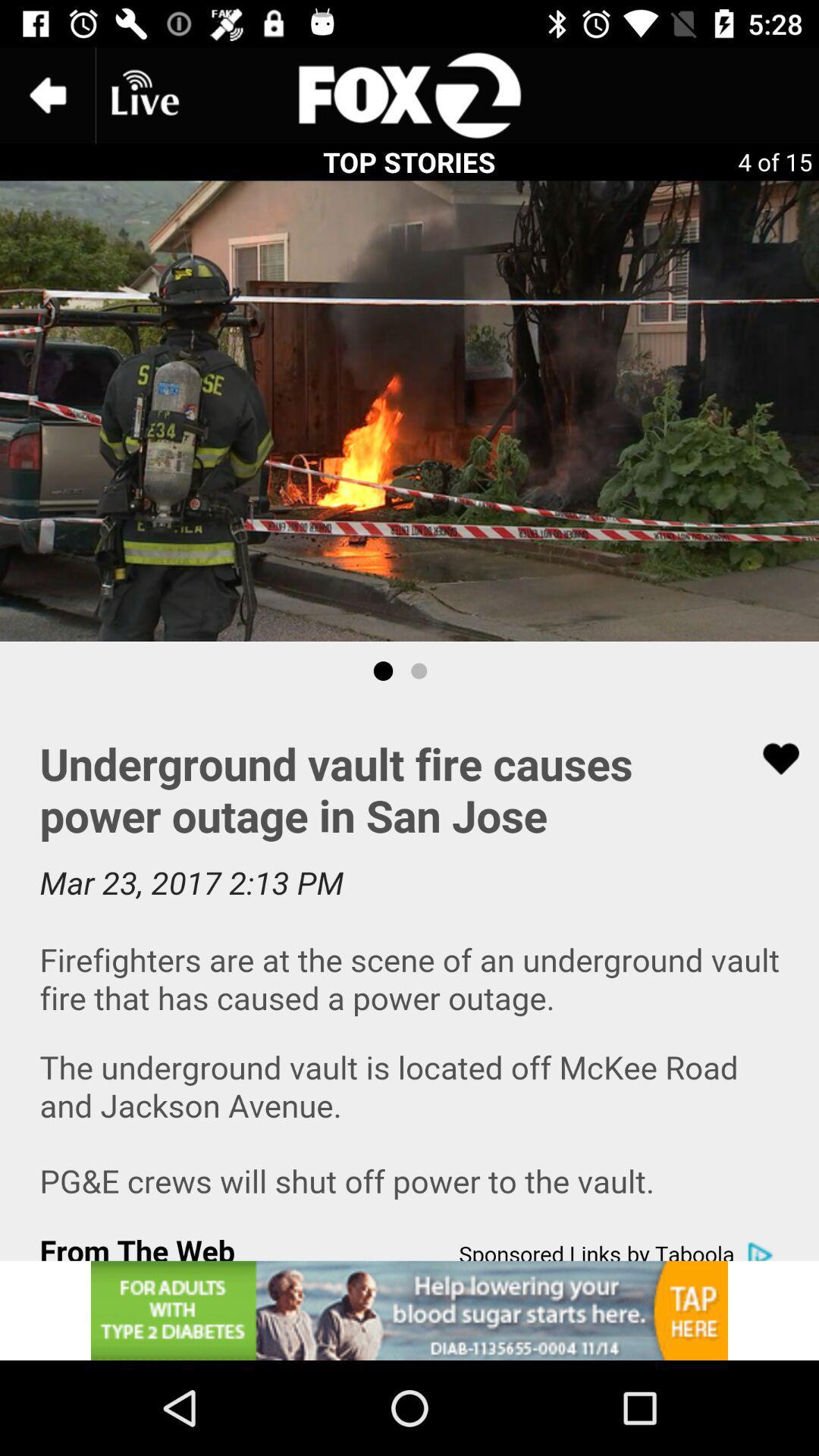 The image size is (819, 1456). What do you see at coordinates (409, 1310) in the screenshot?
I see `blood sugar advertisement` at bounding box center [409, 1310].